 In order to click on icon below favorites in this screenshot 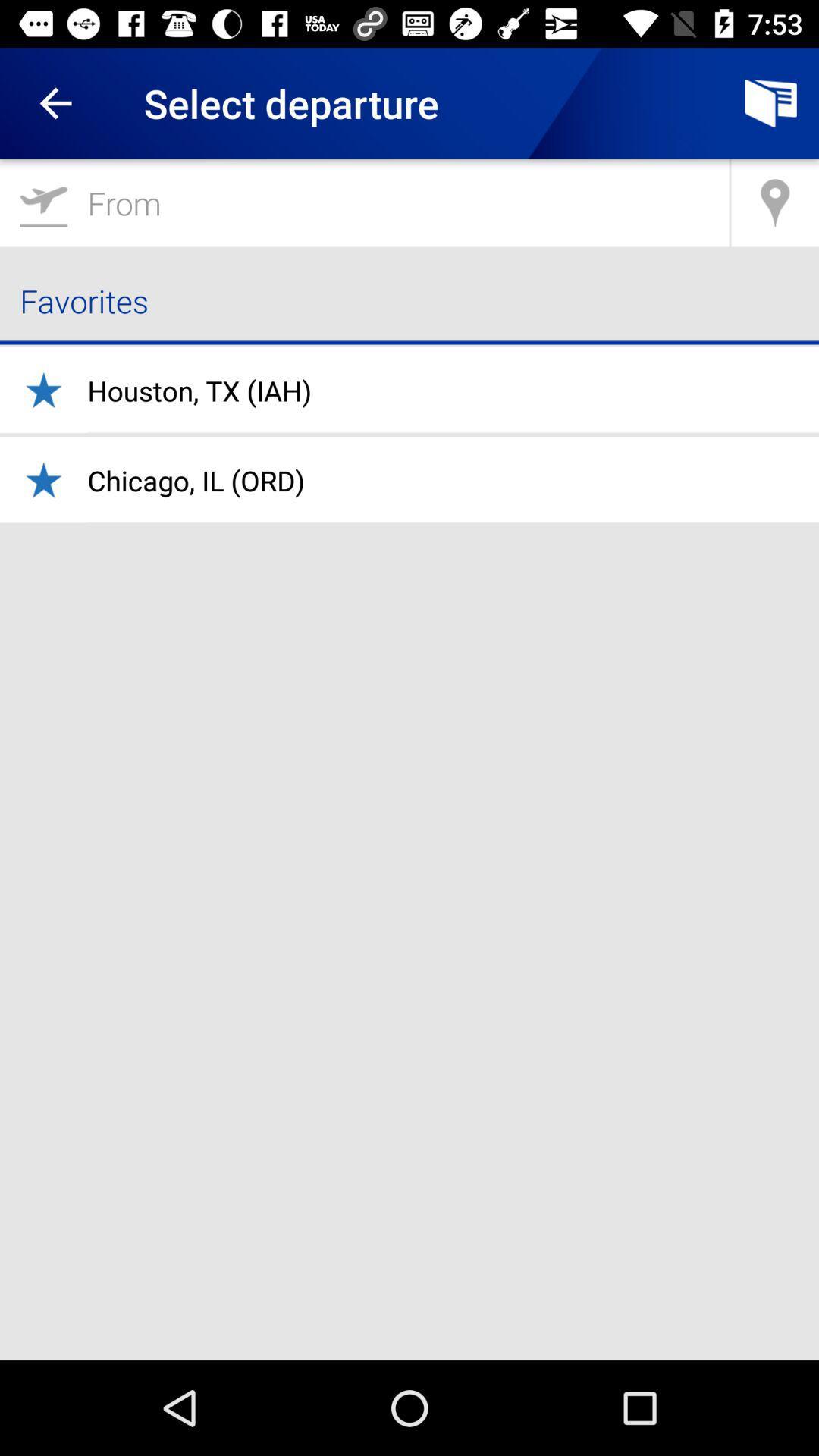, I will do `click(199, 391)`.